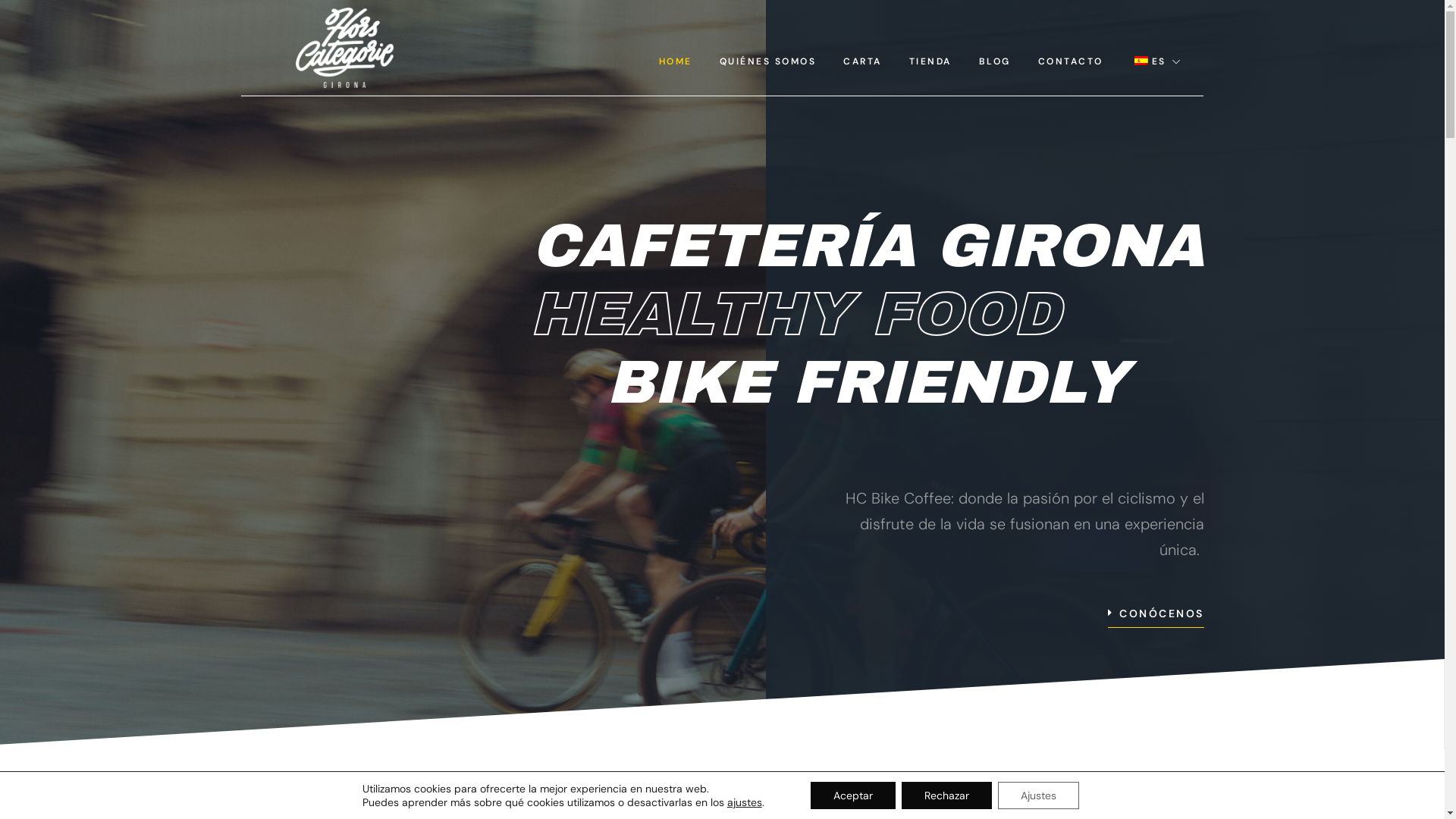  What do you see at coordinates (852, 795) in the screenshot?
I see `'Aceptar'` at bounding box center [852, 795].